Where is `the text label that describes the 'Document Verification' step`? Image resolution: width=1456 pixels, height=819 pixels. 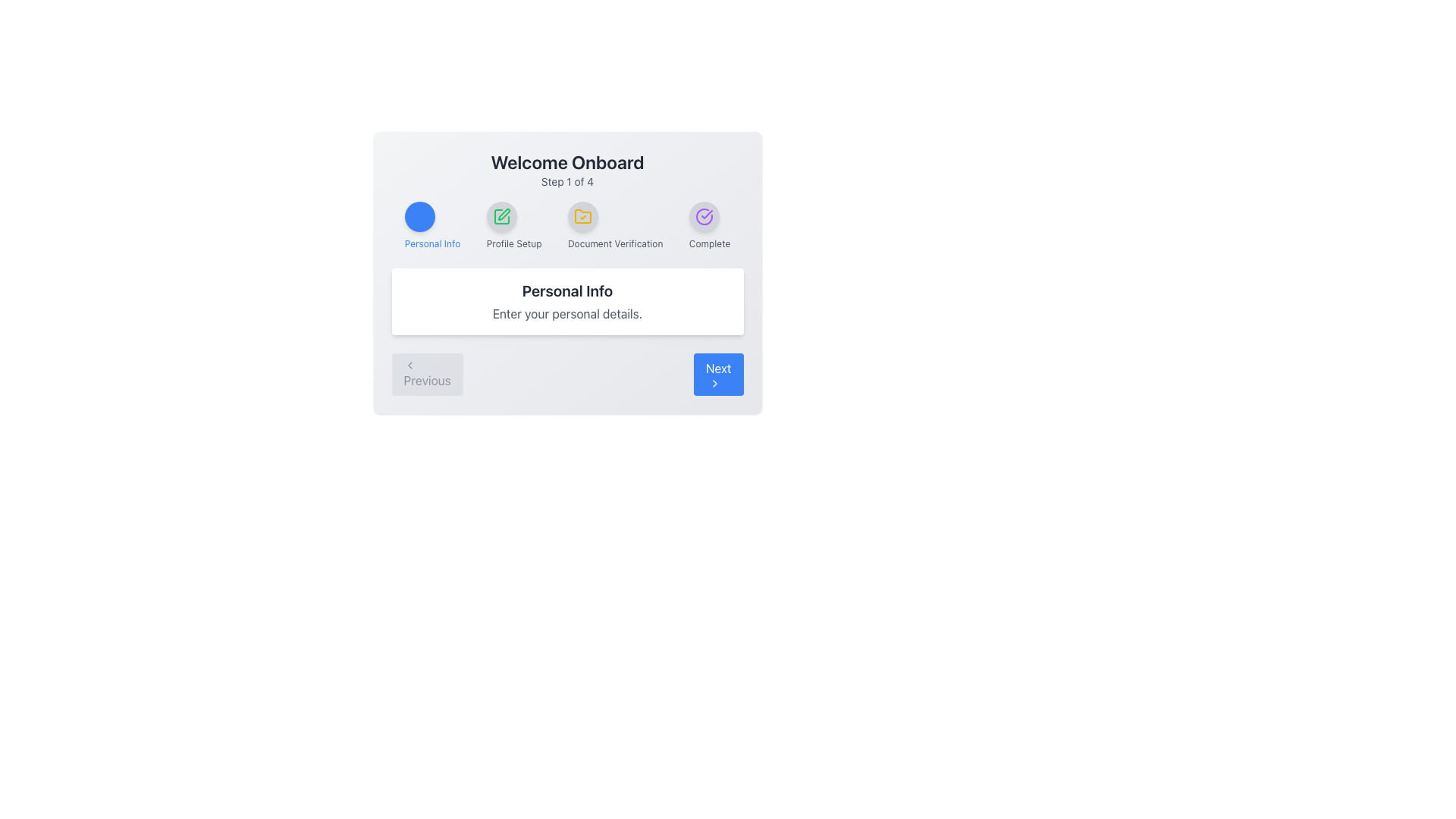
the text label that describes the 'Document Verification' step is located at coordinates (615, 243).